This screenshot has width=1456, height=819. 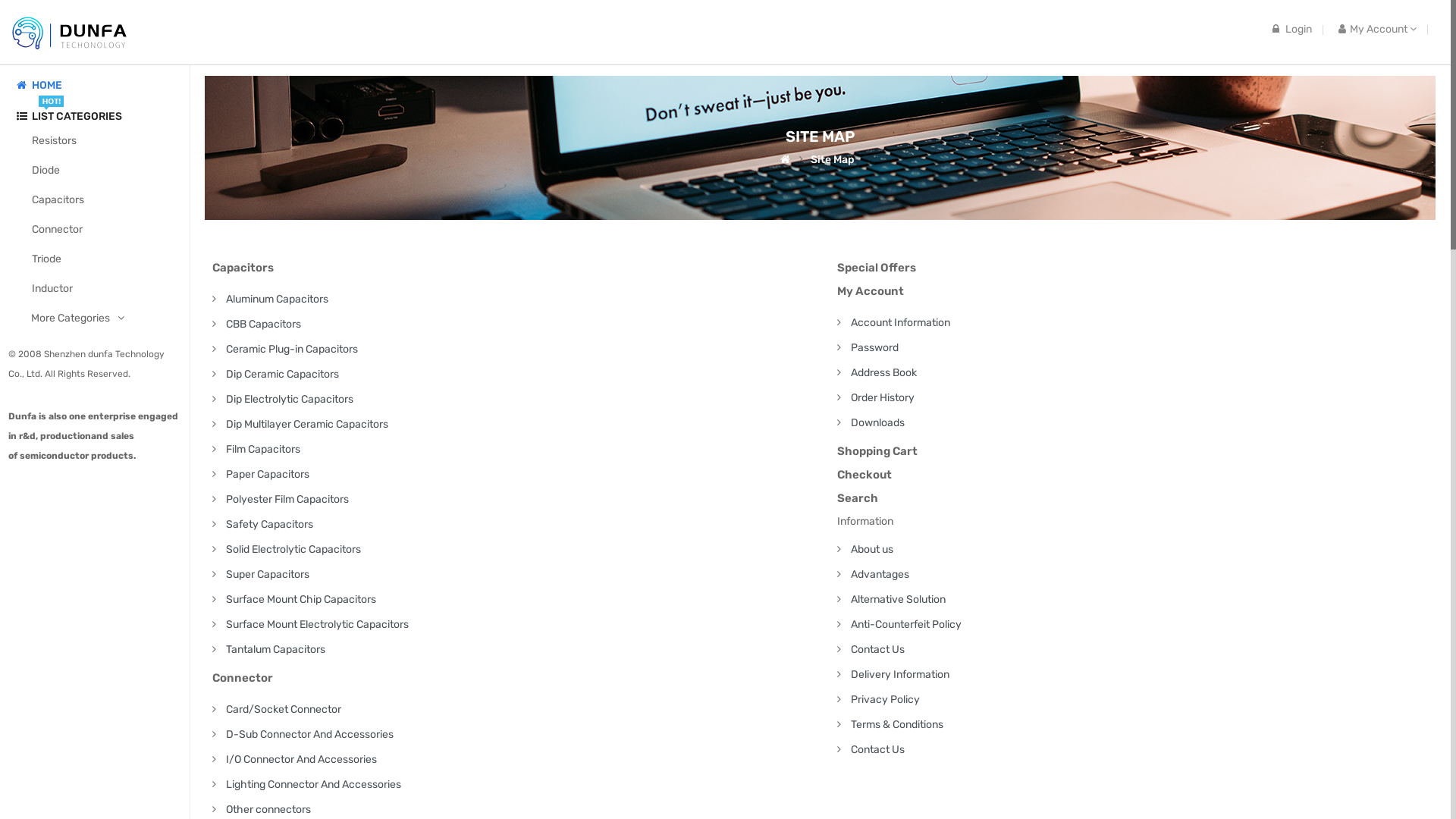 What do you see at coordinates (263, 323) in the screenshot?
I see `'CBB Capacitors'` at bounding box center [263, 323].